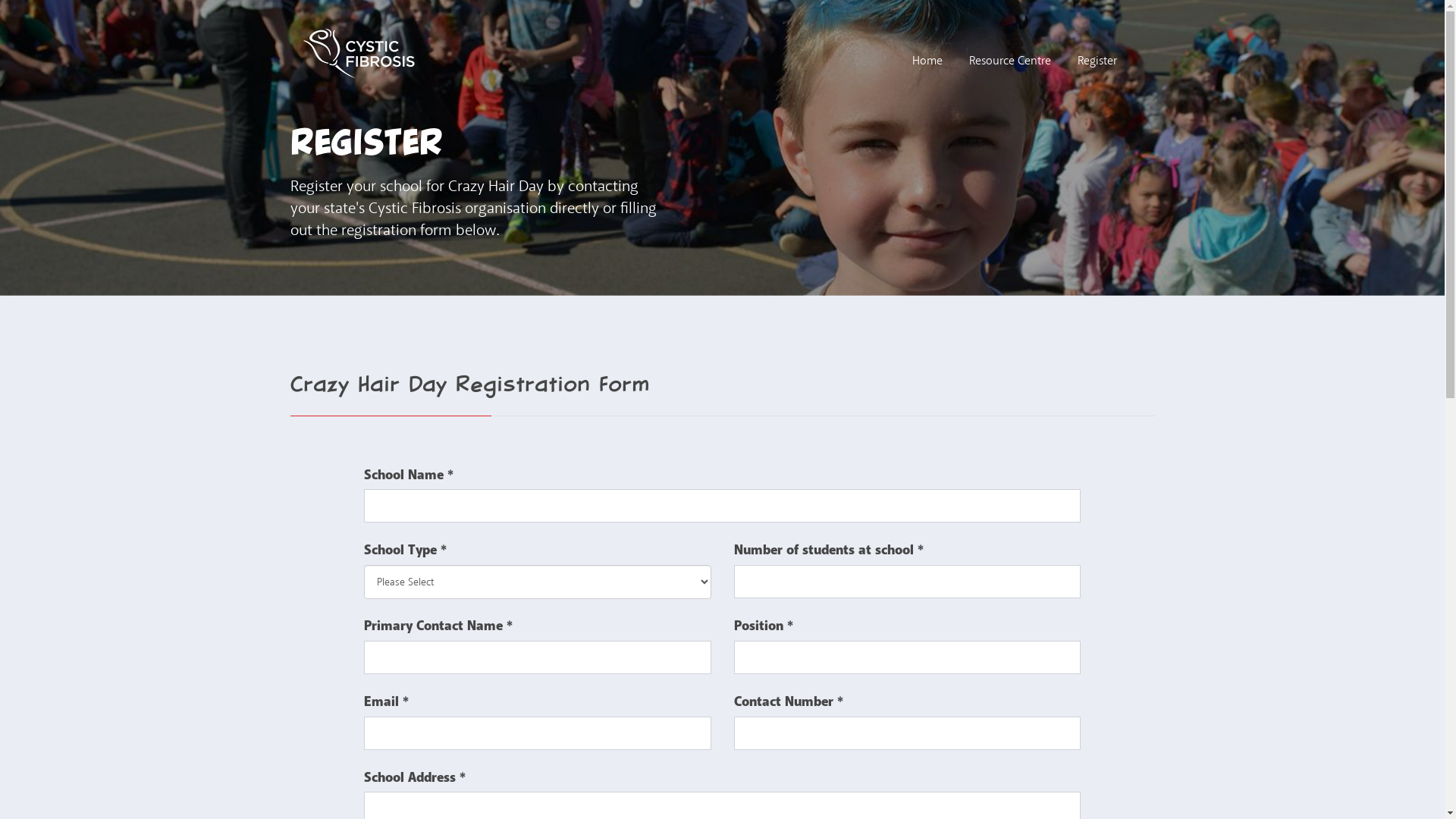 This screenshot has width=1456, height=819. What do you see at coordinates (1096, 61) in the screenshot?
I see `'Register'` at bounding box center [1096, 61].